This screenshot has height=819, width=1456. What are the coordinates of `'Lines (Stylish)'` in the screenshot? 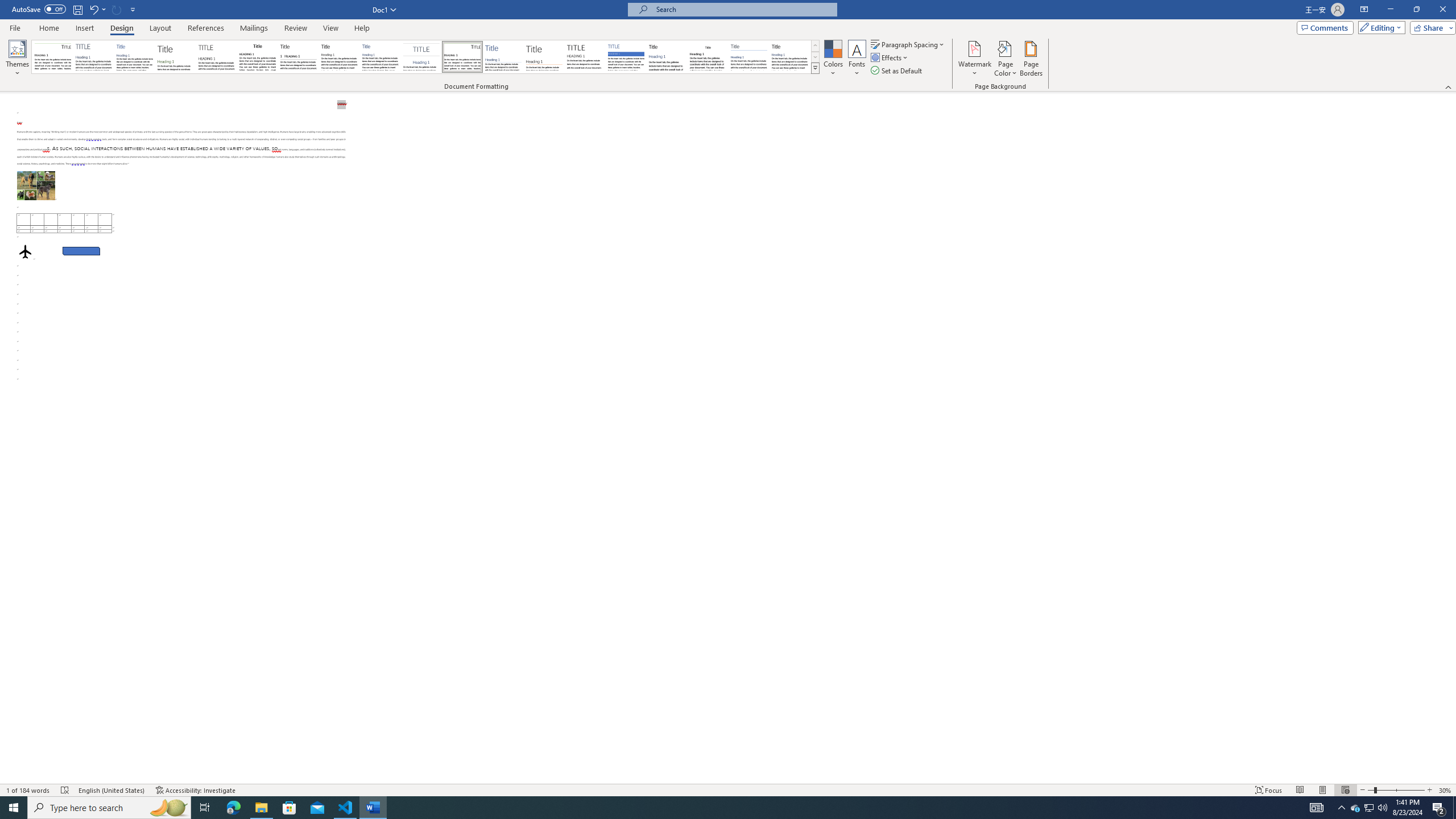 It's located at (544, 56).